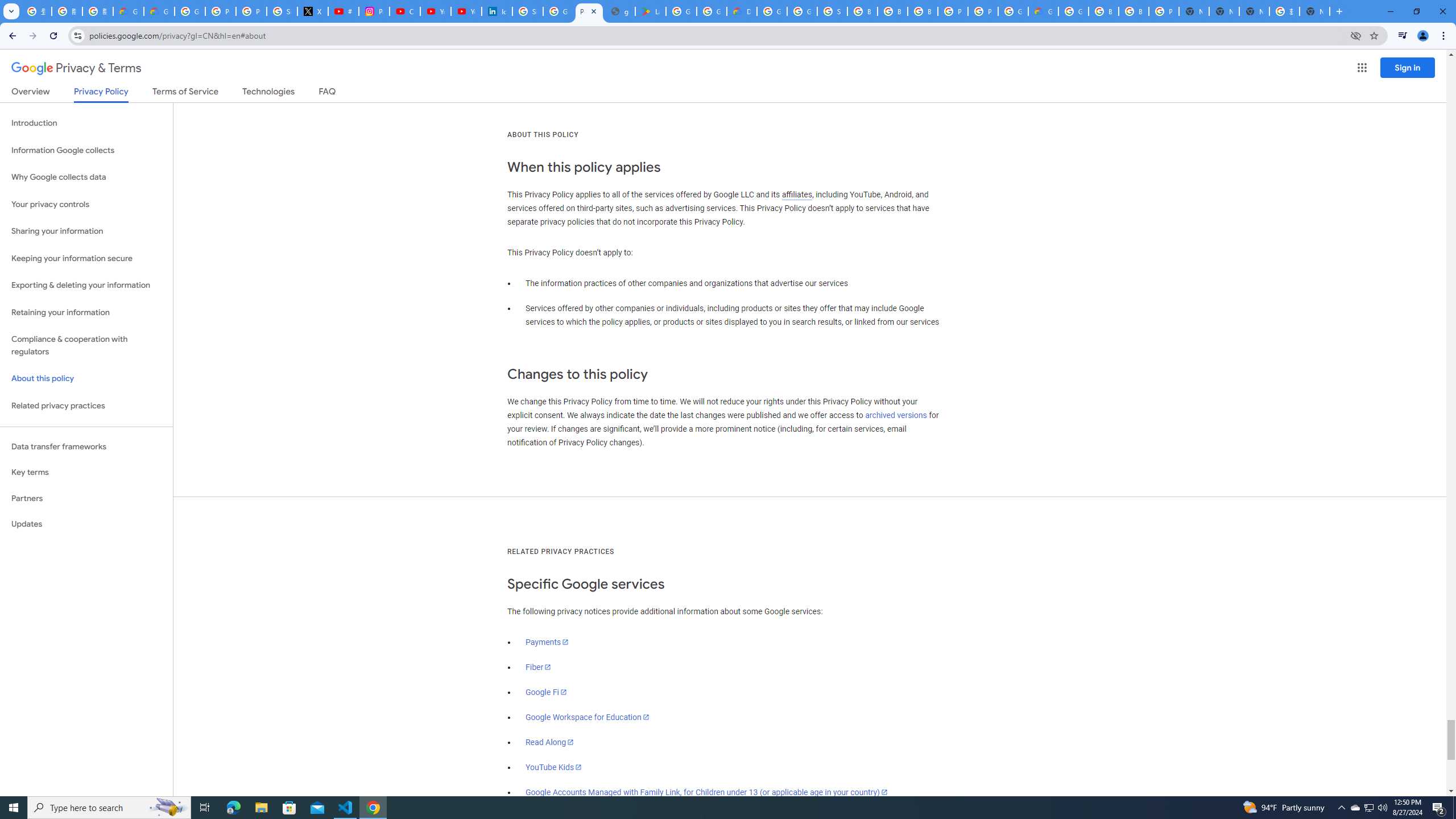 The height and width of the screenshot is (819, 1456). I want to click on 'Why Google collects data', so click(86, 176).